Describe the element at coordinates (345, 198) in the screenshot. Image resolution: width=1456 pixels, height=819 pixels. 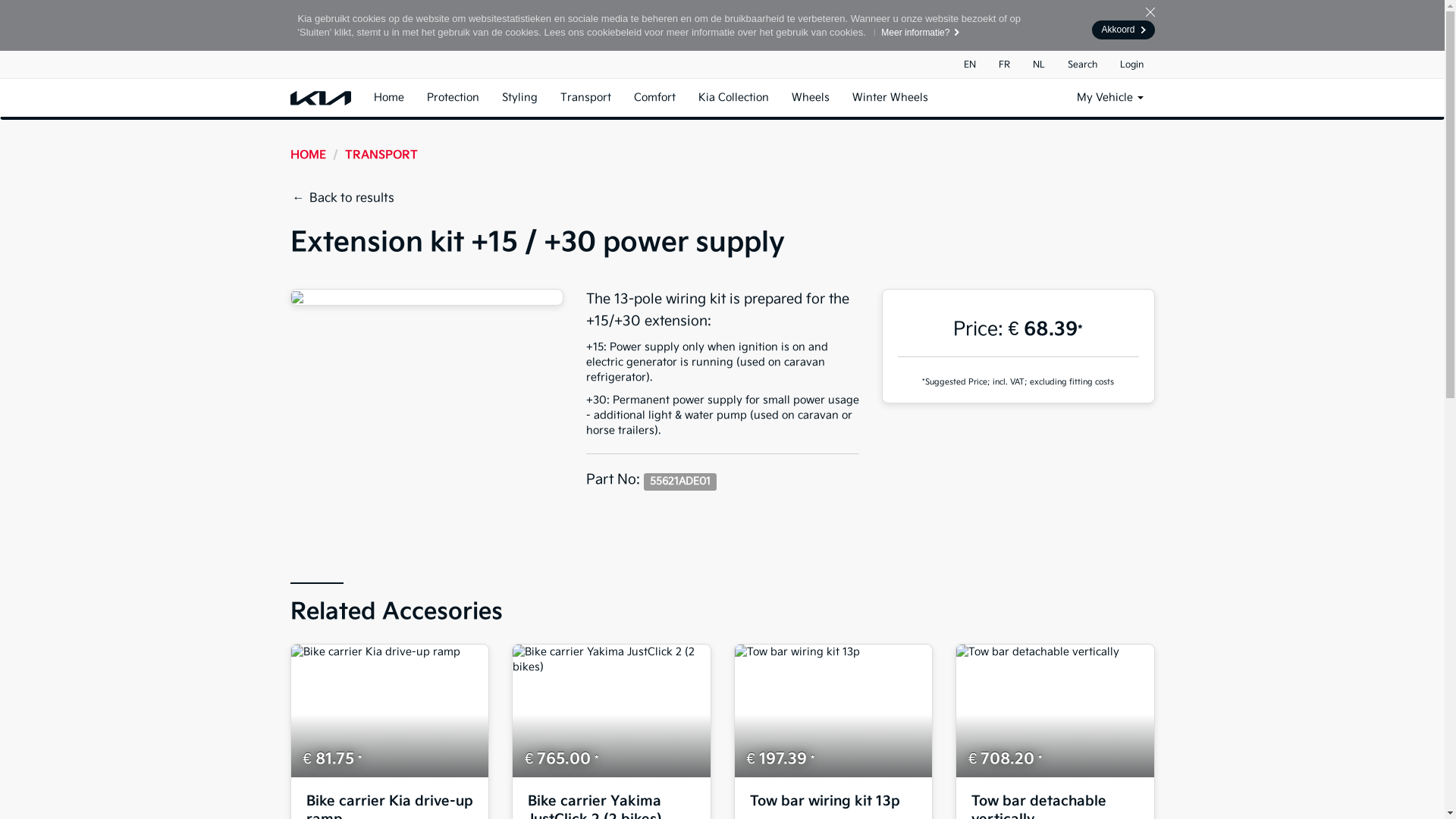
I see `'Back to results'` at that location.